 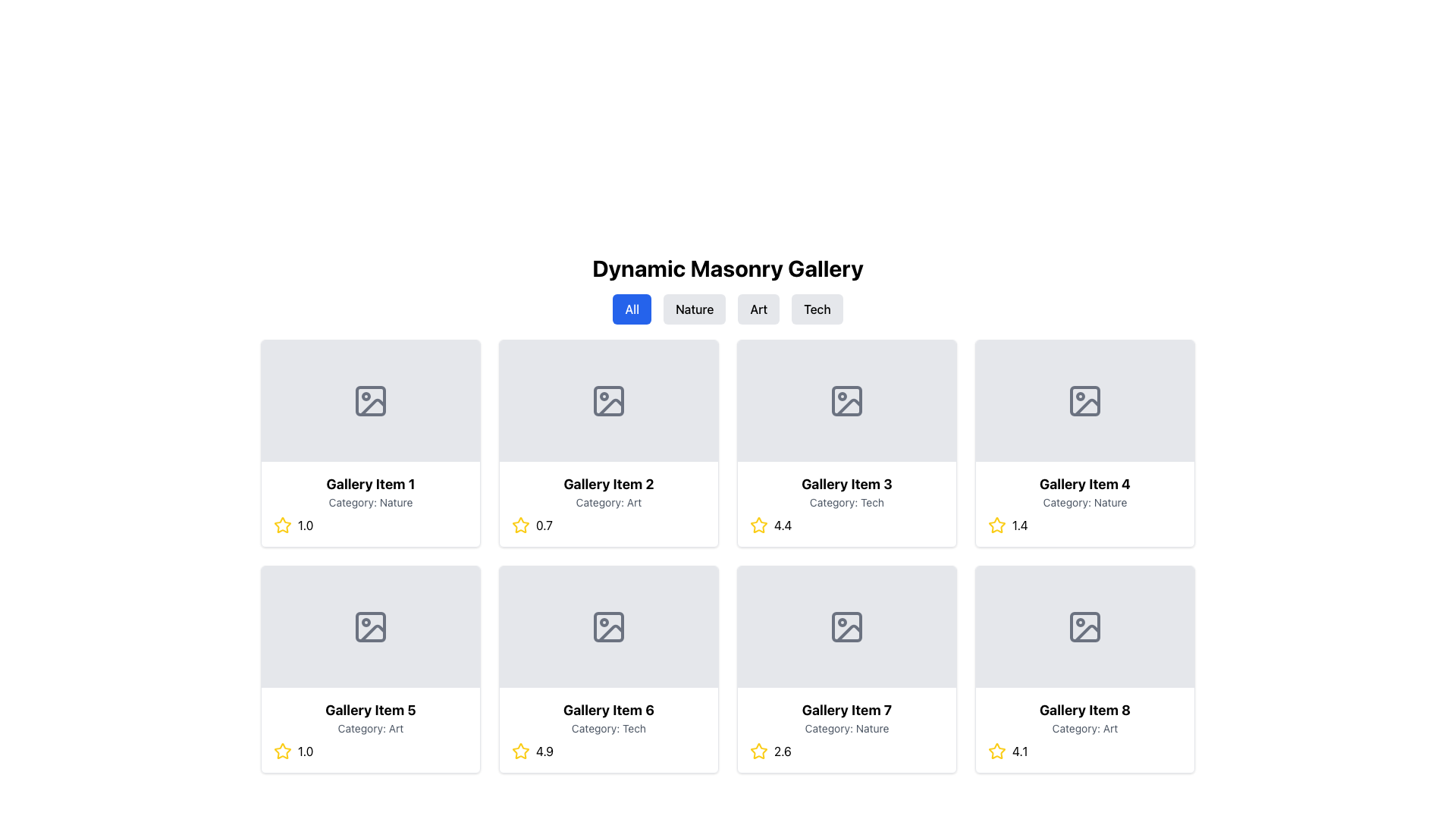 What do you see at coordinates (846, 504) in the screenshot?
I see `the Text Display Component that displays 'Gallery Item 3' with a subheading 'Category: Tech' and a rating of '4.4'` at bounding box center [846, 504].